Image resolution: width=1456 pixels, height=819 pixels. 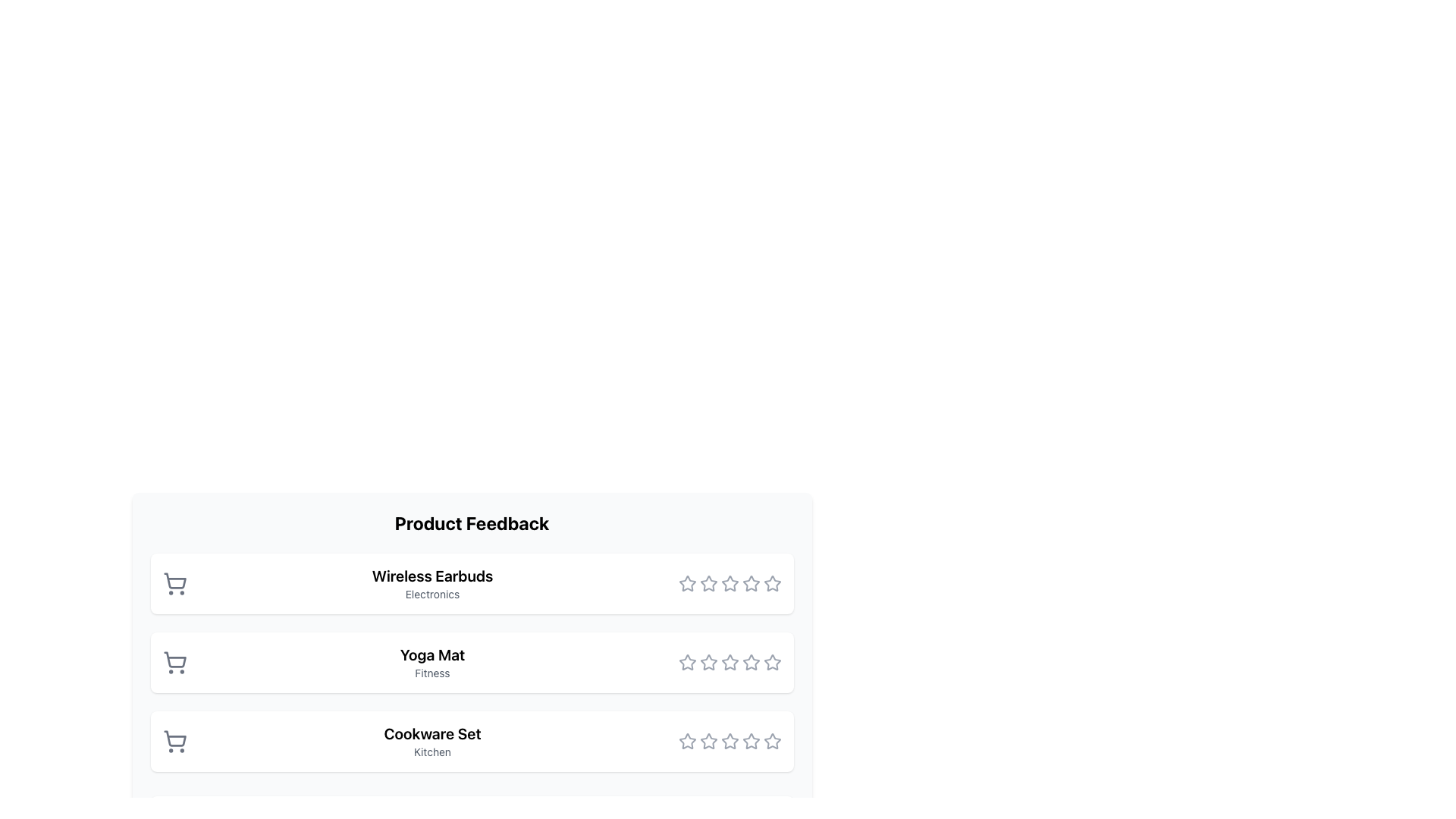 What do you see at coordinates (751, 583) in the screenshot?
I see `the fifth star icon, which is gray and hollow` at bounding box center [751, 583].